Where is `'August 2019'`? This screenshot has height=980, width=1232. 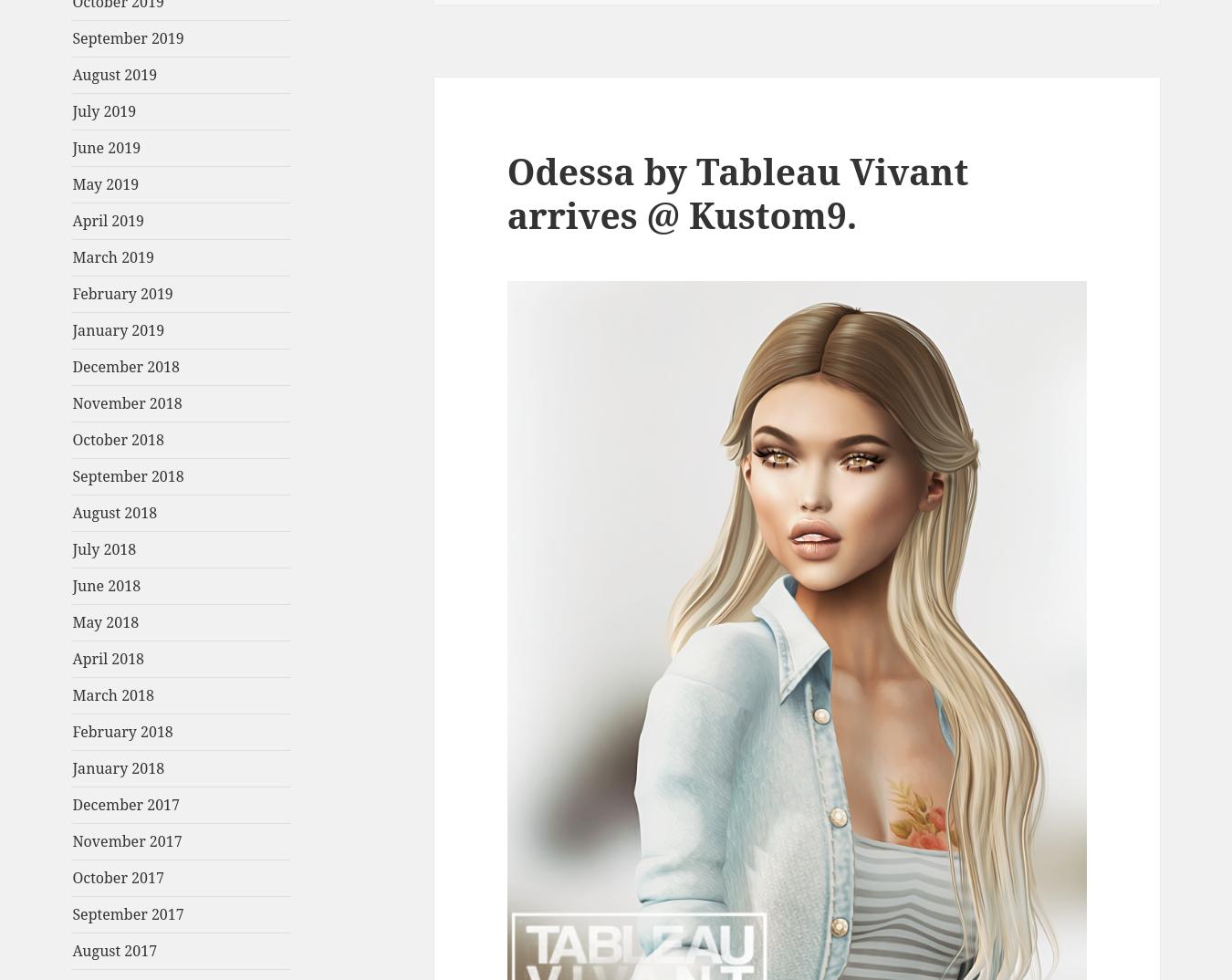
'August 2019' is located at coordinates (114, 75).